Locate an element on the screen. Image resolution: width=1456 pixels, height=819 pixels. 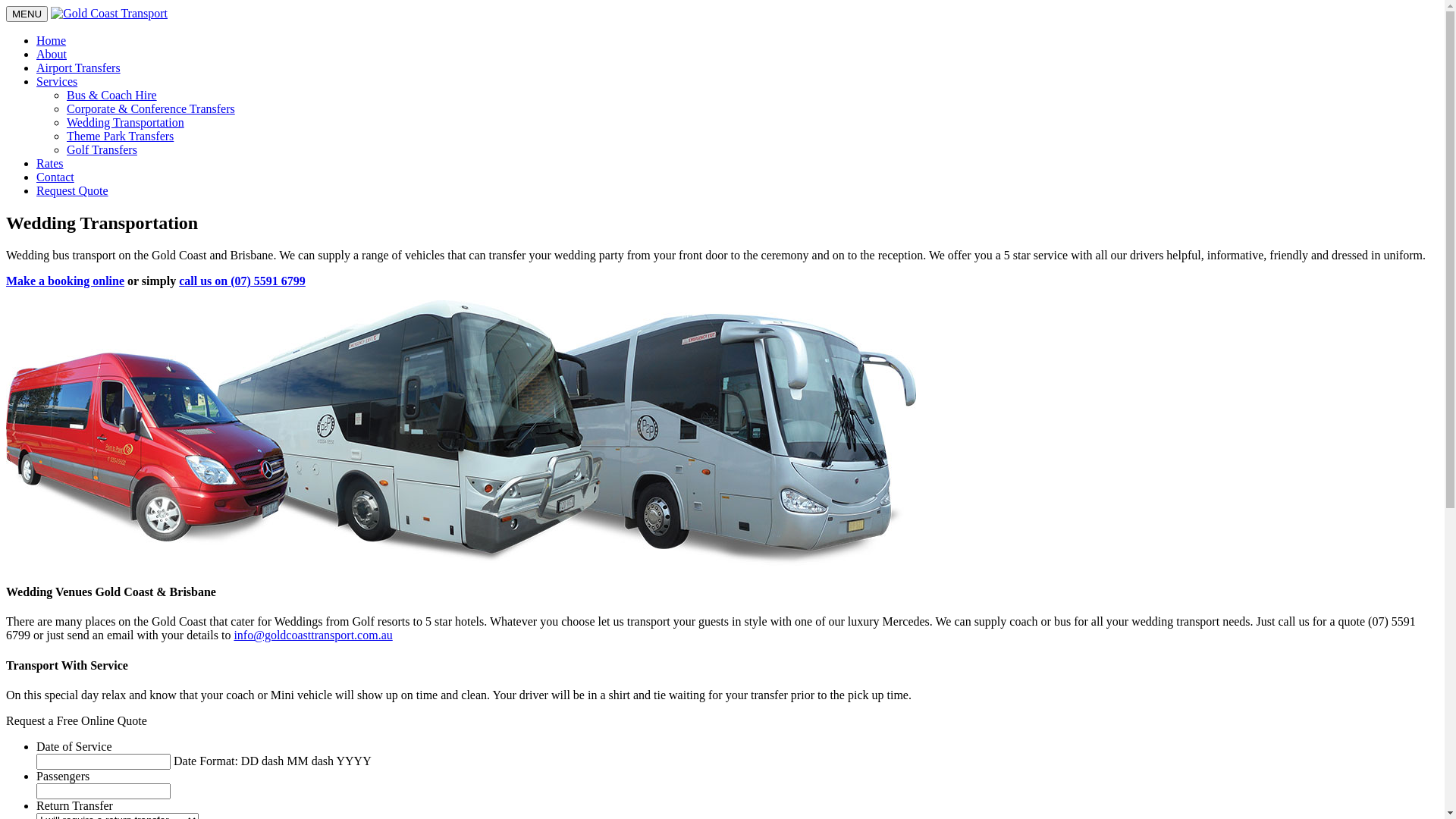
'Home' is located at coordinates (51, 39).